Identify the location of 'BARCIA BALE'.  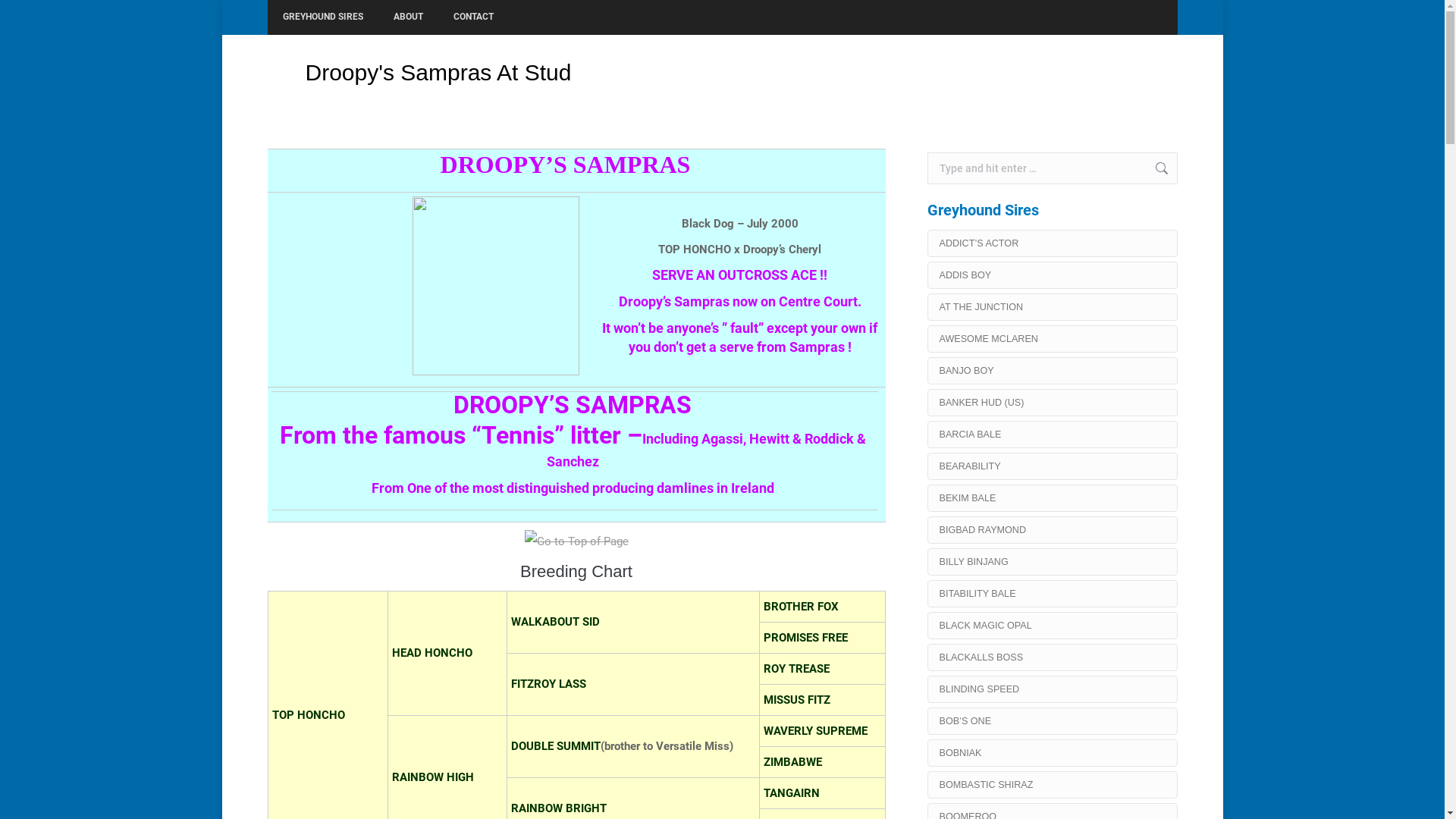
(1051, 435).